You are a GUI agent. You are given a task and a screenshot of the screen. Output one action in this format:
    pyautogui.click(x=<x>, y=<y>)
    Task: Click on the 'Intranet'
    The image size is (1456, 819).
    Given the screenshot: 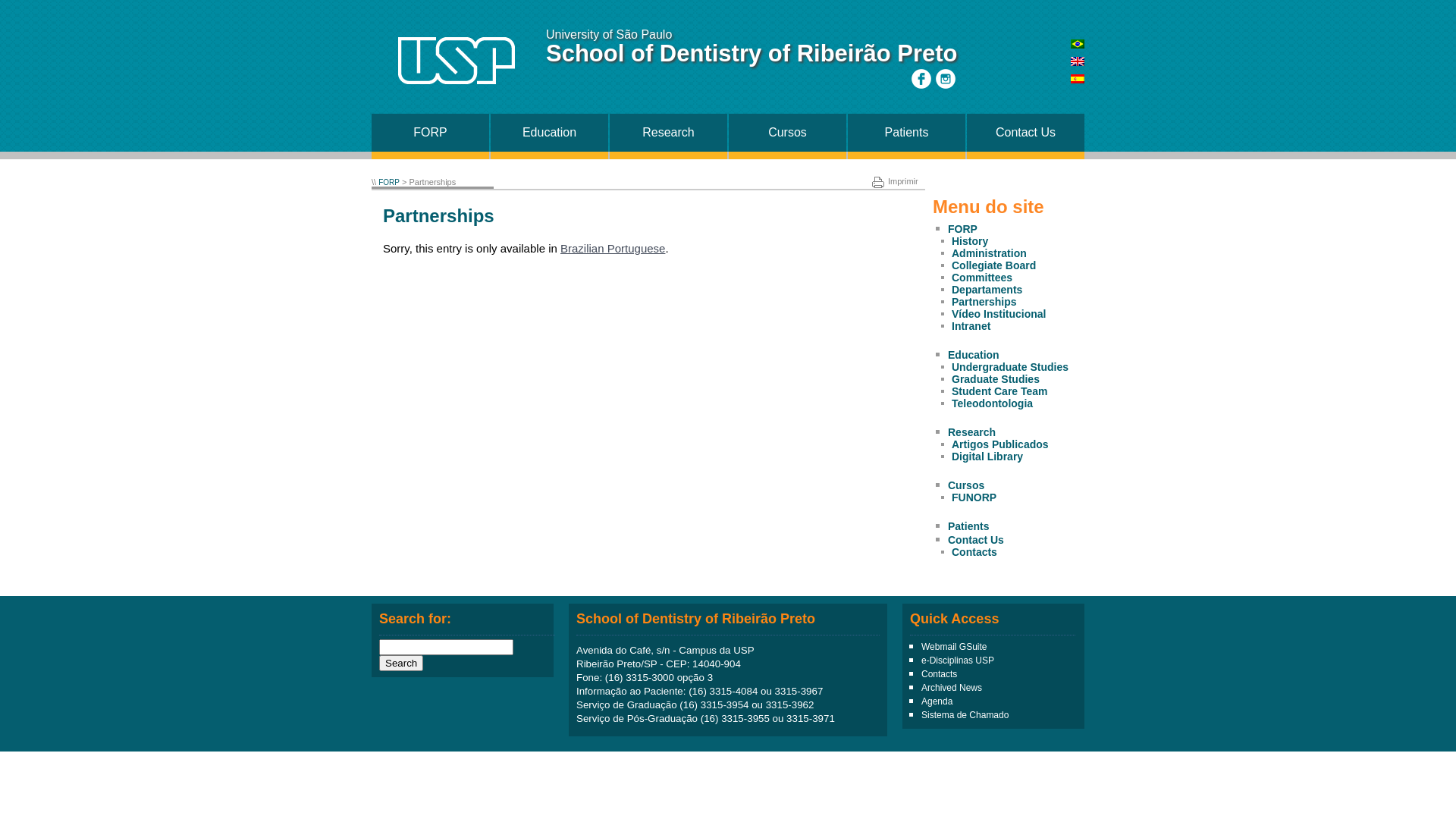 What is the action you would take?
    pyautogui.click(x=971, y=325)
    